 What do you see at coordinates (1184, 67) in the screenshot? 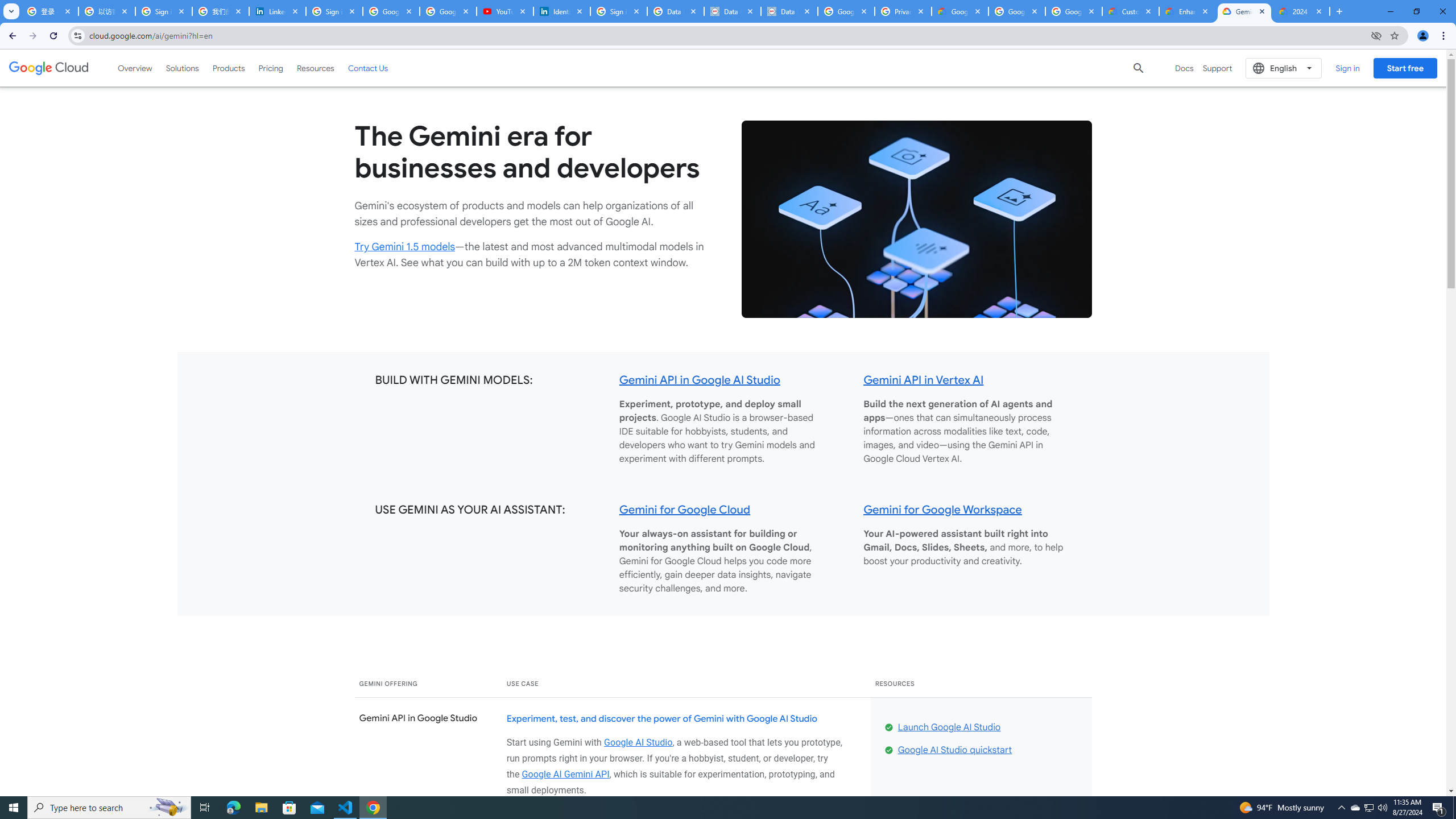
I see `'Docs'` at bounding box center [1184, 67].